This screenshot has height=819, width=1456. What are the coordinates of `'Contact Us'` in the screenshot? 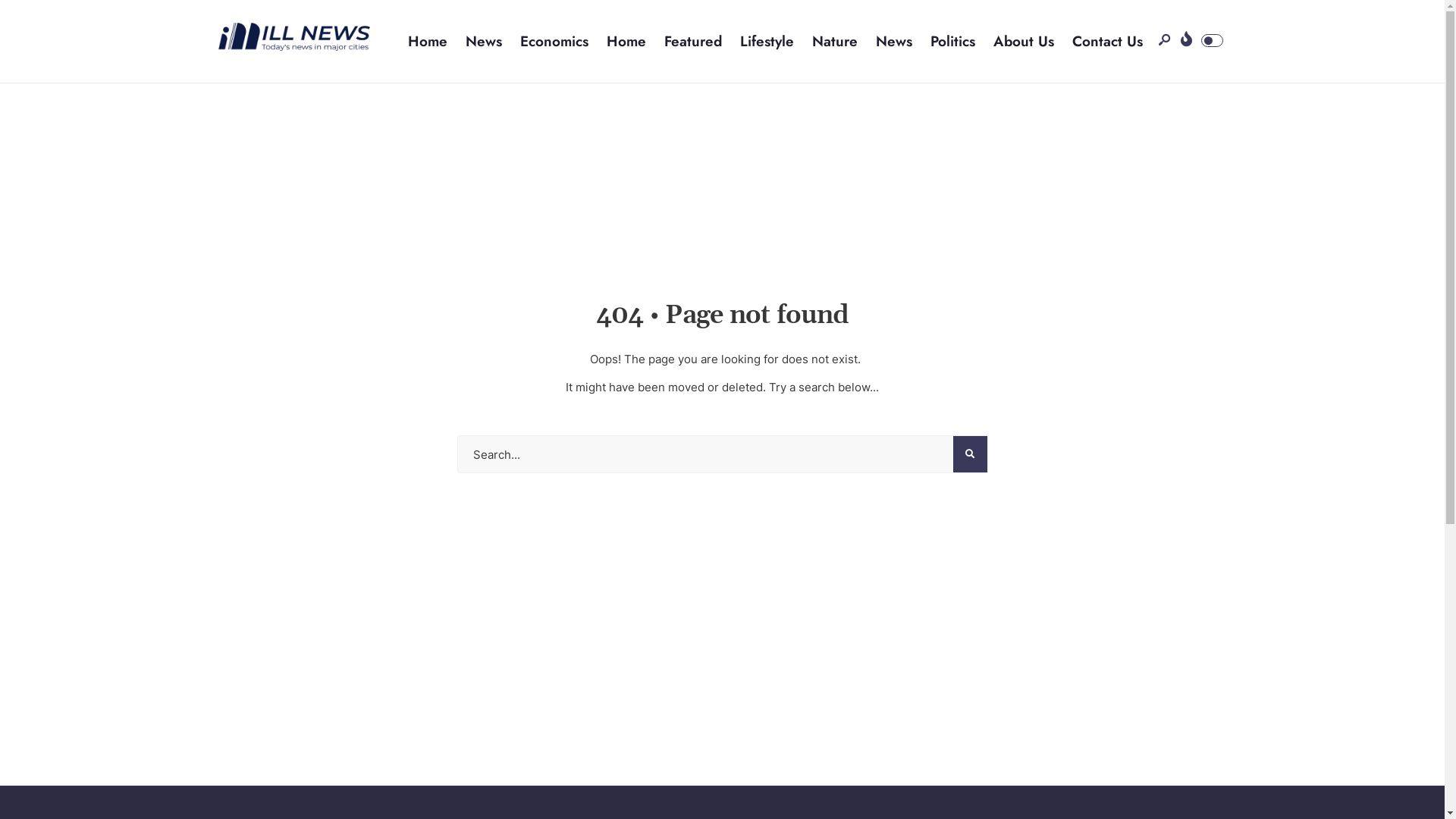 It's located at (1107, 40).